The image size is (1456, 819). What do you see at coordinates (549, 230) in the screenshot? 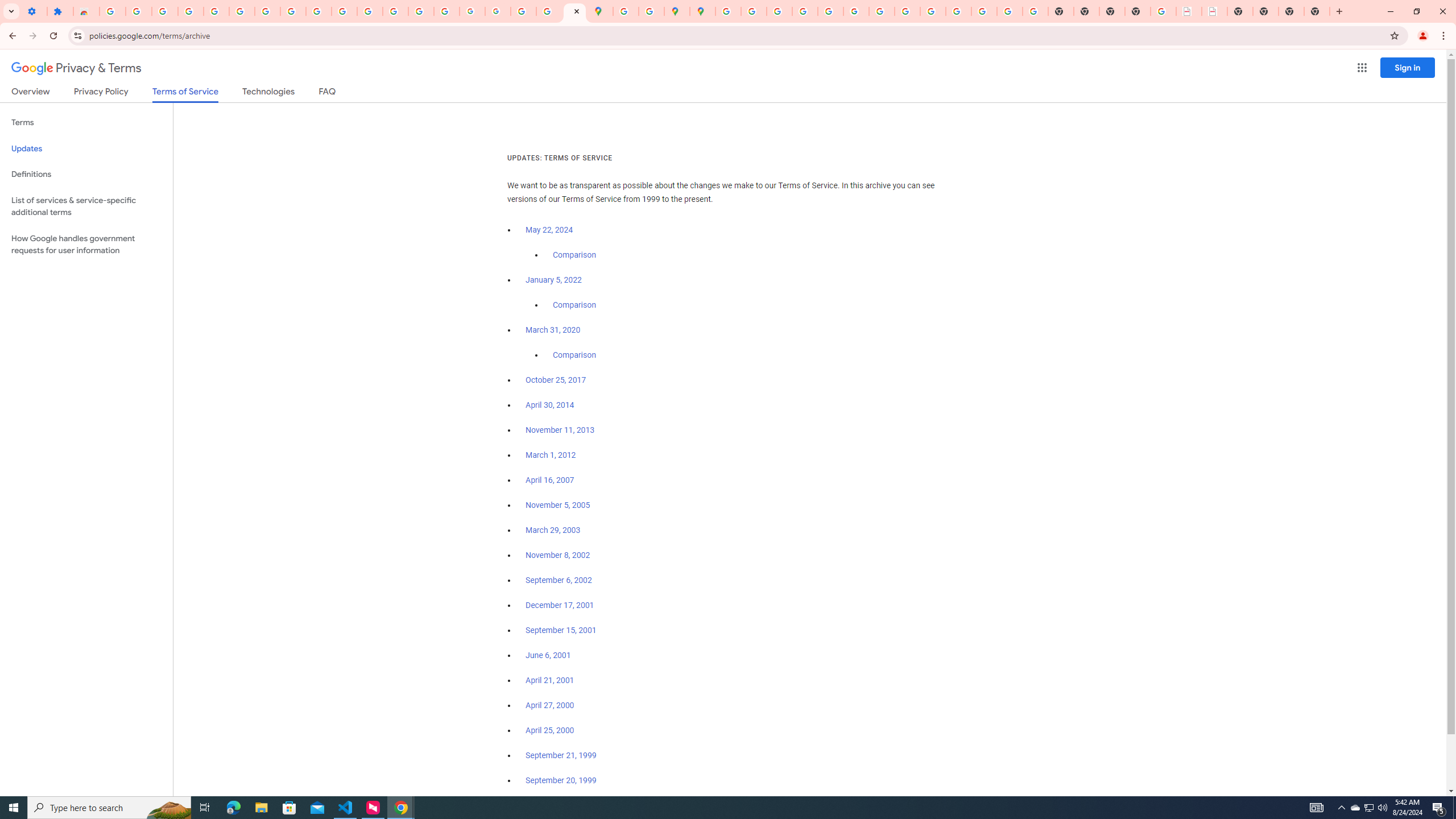
I see `'May 22, 2024'` at bounding box center [549, 230].